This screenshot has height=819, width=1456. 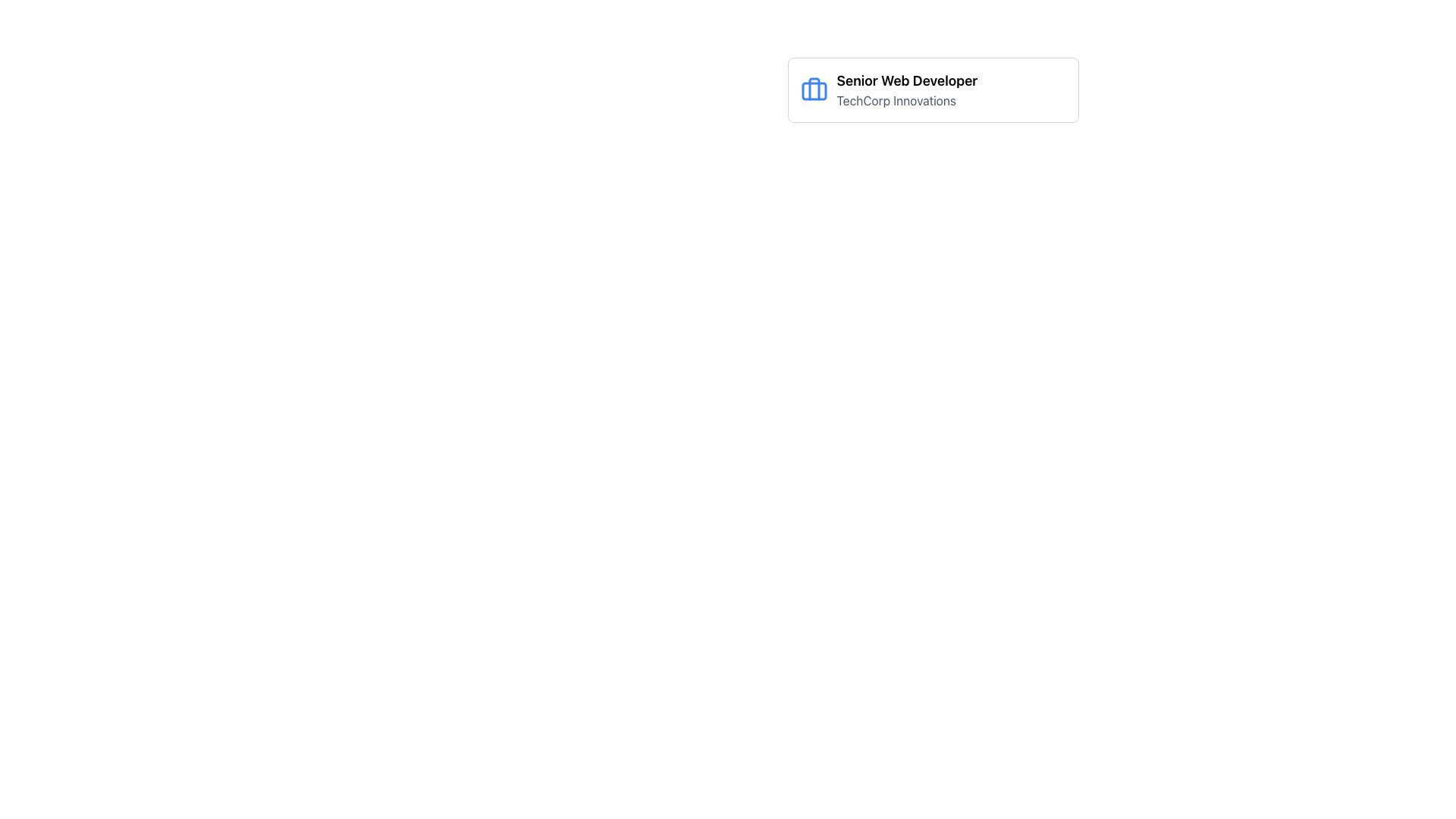 I want to click on the vertical rectangular graphical icon component that is part of the briefcase symbol, located to the left of the text 'Senior Web Developer', so click(x=813, y=89).